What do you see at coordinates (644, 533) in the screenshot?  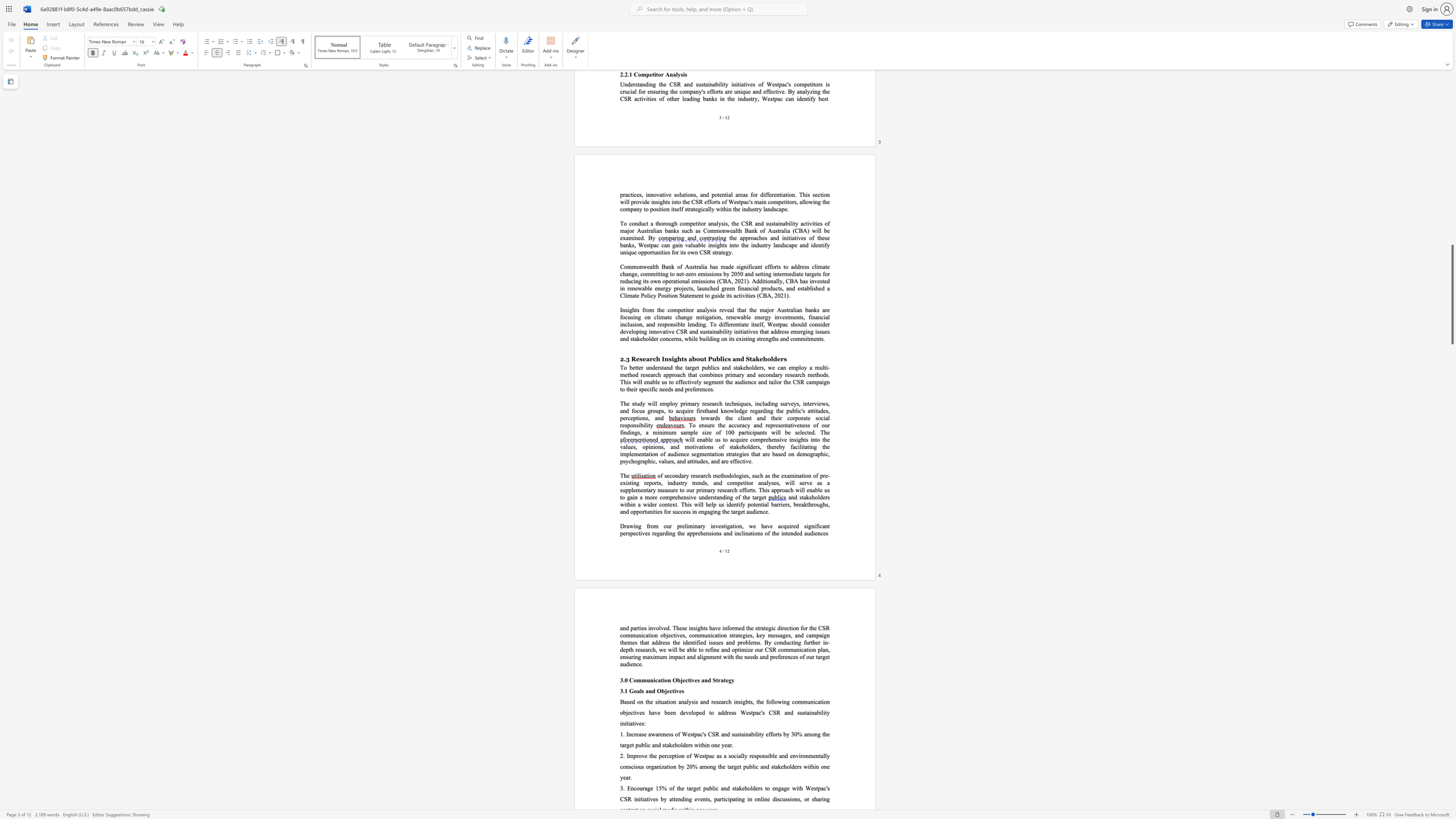 I see `the subset text "es" within the text "significant perspectives"` at bounding box center [644, 533].